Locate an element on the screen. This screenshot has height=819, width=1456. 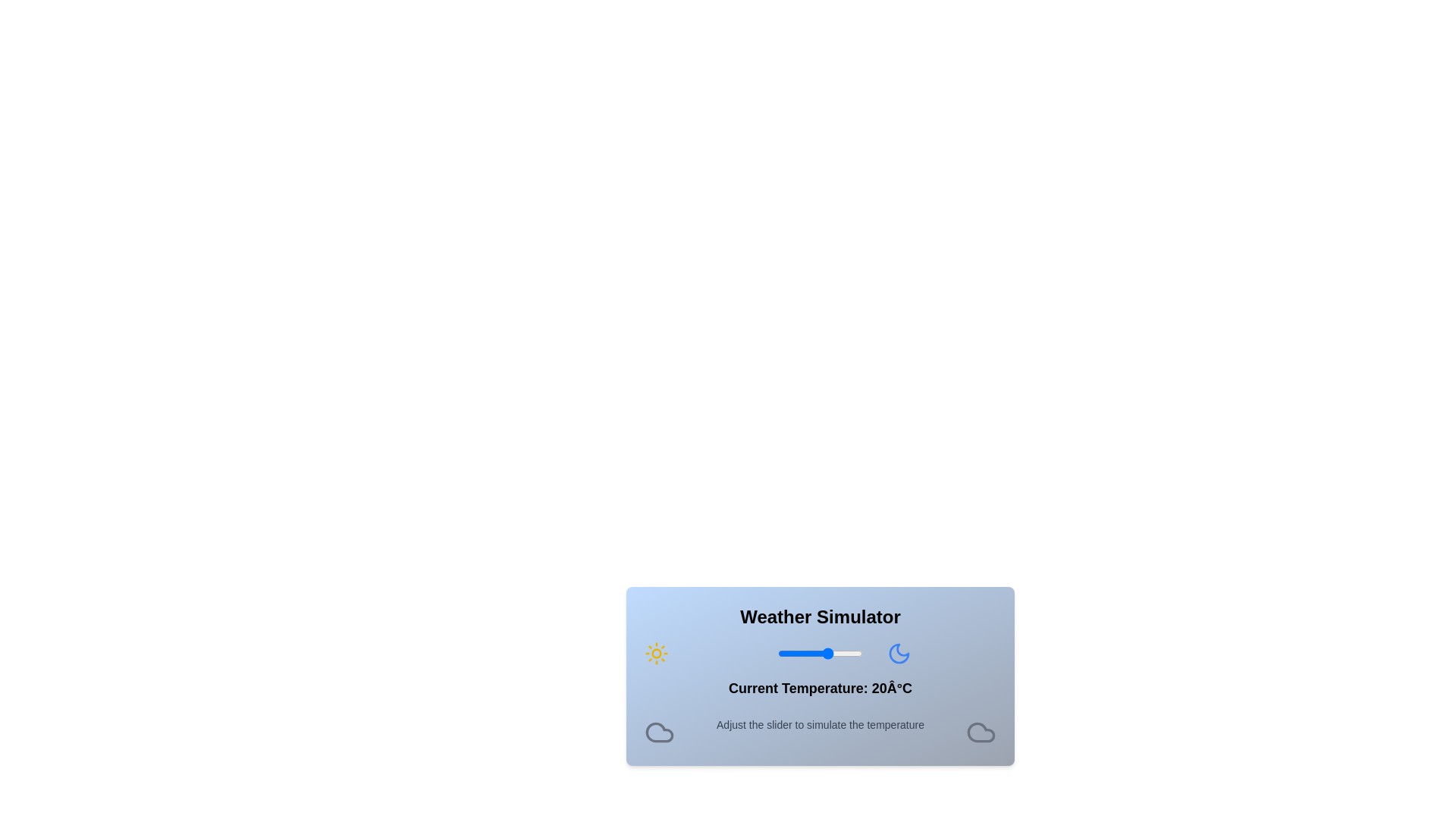
the temperature slider to set the temperature to 29 degrees Celsius is located at coordinates (843, 652).